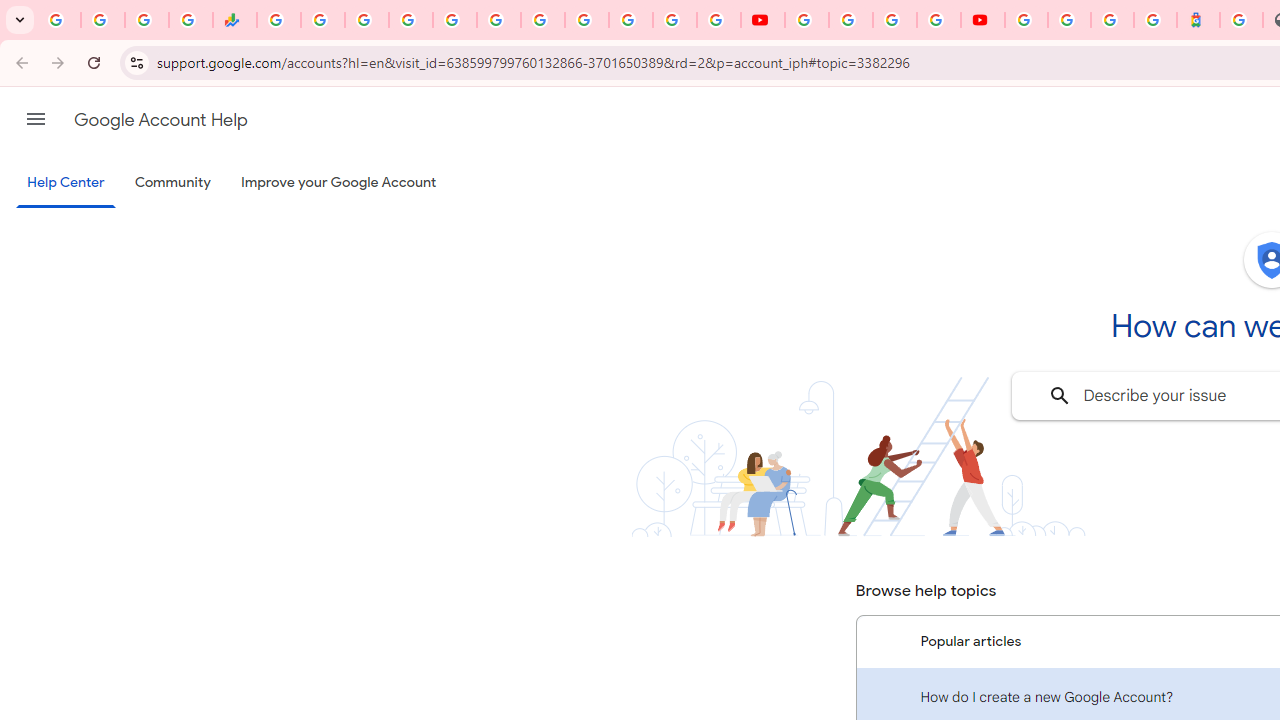 The image size is (1280, 720). What do you see at coordinates (160, 119) in the screenshot?
I see `'Google Account Help'` at bounding box center [160, 119].